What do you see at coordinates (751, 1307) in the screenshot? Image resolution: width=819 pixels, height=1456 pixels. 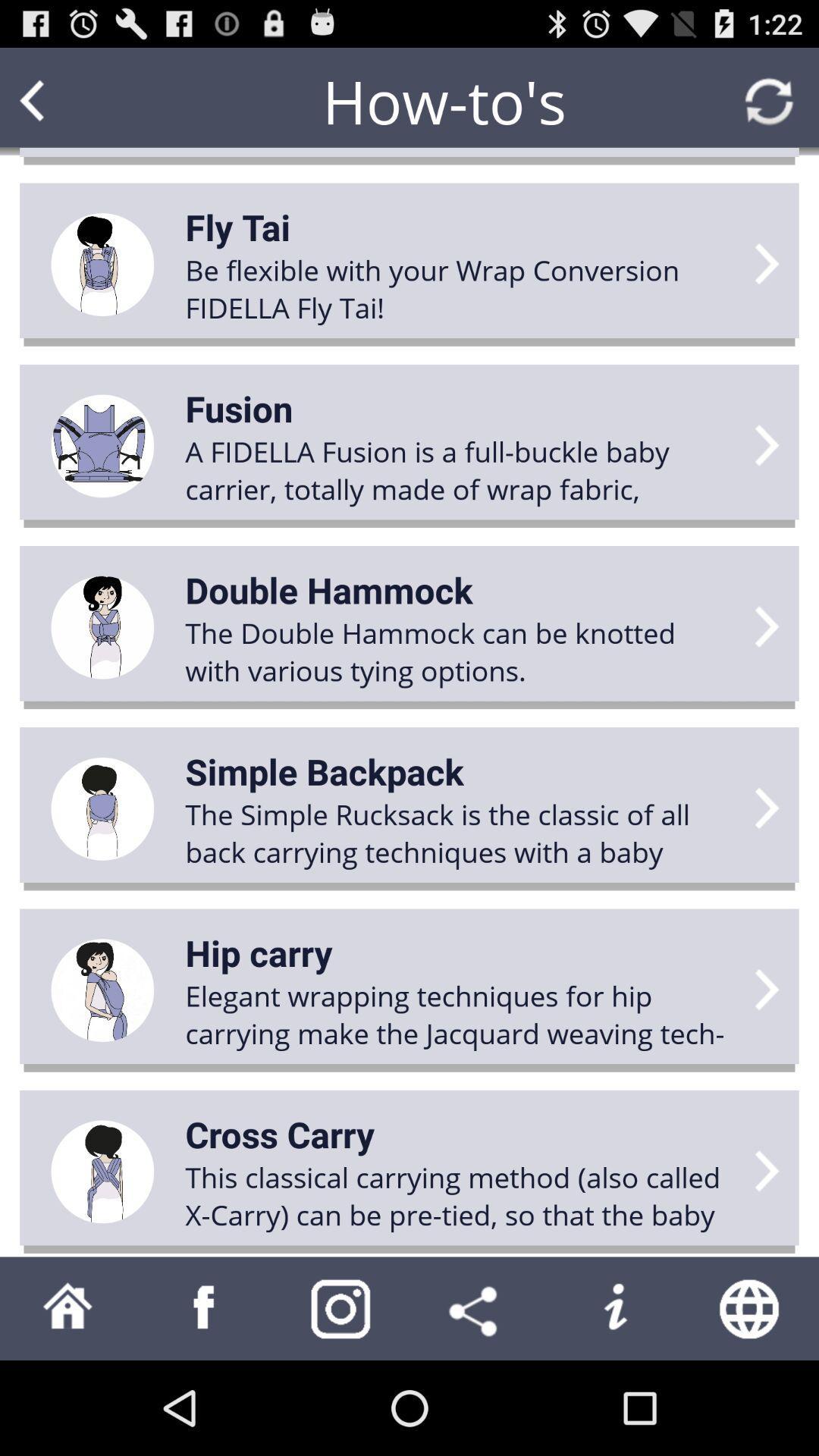 I see `accesses the web browser` at bounding box center [751, 1307].